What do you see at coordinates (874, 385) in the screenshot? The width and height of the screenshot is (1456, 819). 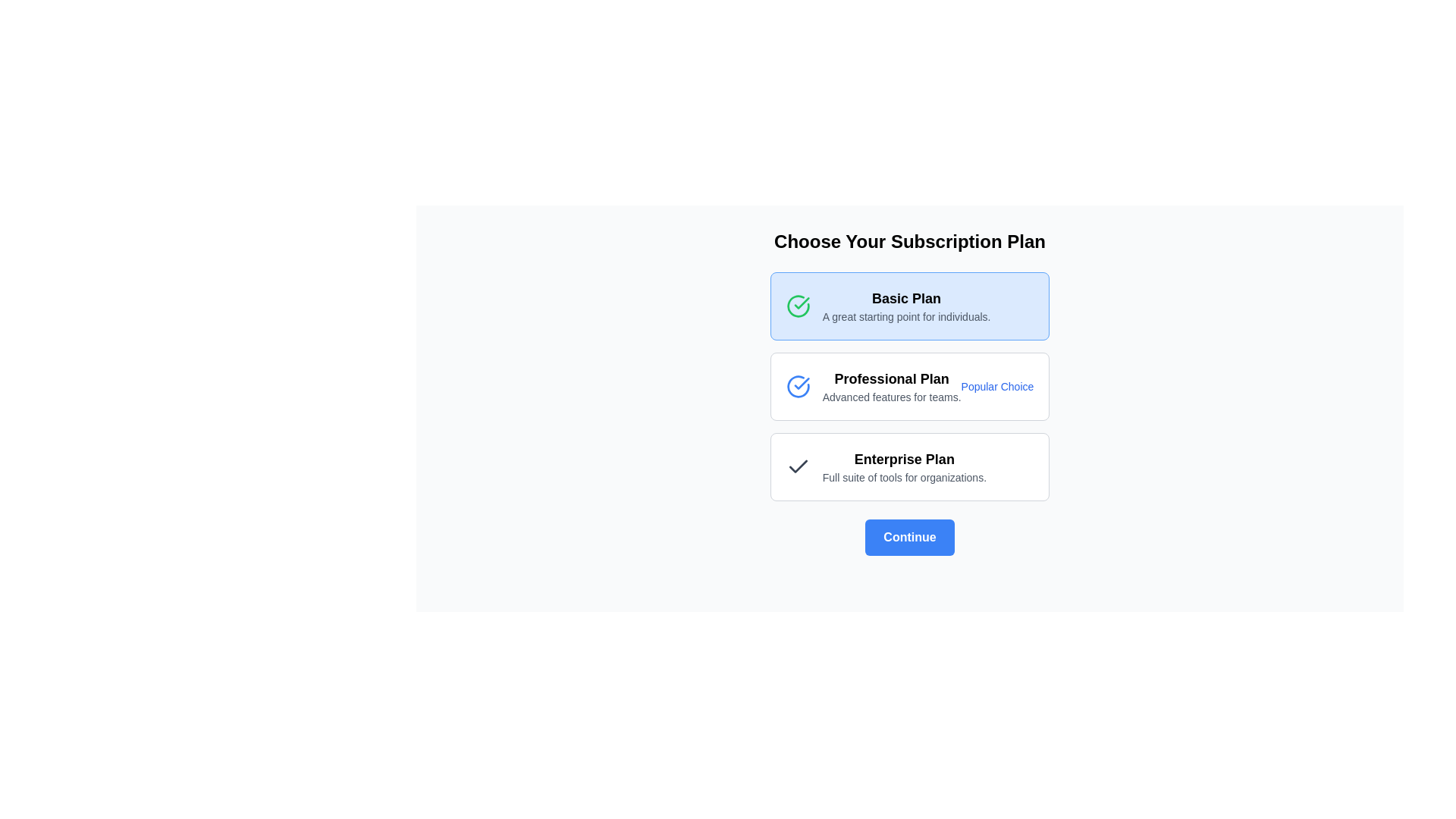 I see `the descriptive text block combining the title 'Professional Plan' and subtitle 'Advanced features for teams', which is centrally located in the middle card of subscription plans` at bounding box center [874, 385].